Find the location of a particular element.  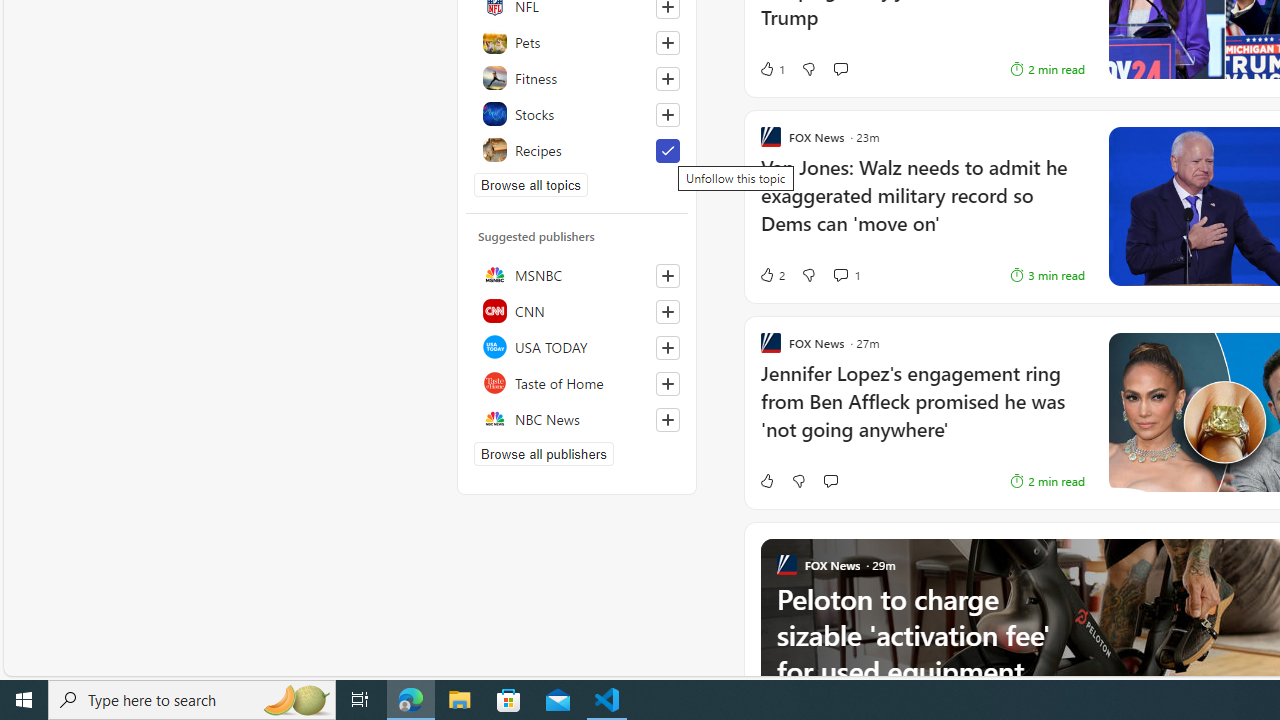

'Browse all publishers' is located at coordinates (544, 453).